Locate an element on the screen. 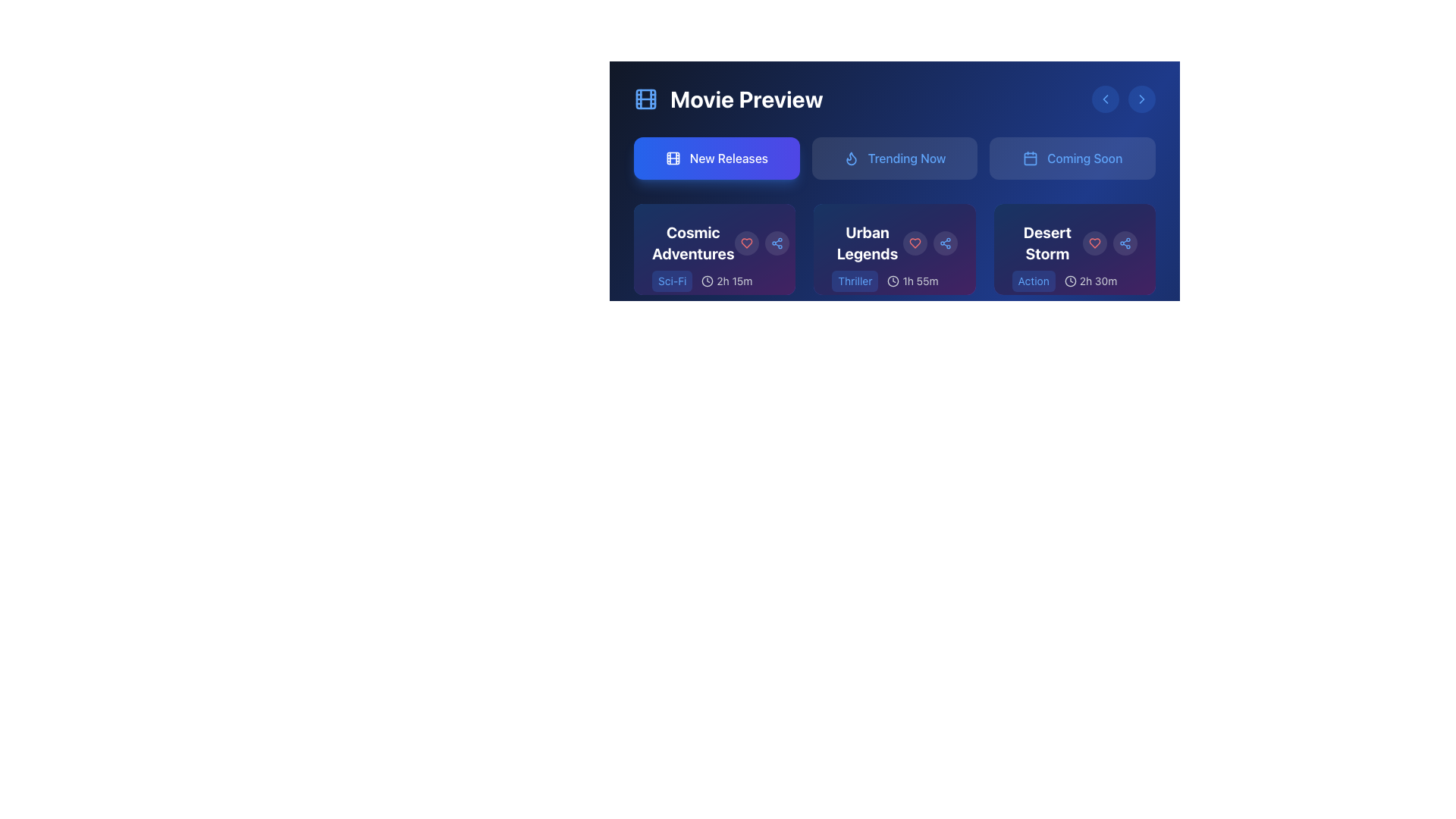  the 'Trending Now' button, which is a rectangular button with a dark semi-transparent background and a flame icon, to observe its hover effects is located at coordinates (895, 158).